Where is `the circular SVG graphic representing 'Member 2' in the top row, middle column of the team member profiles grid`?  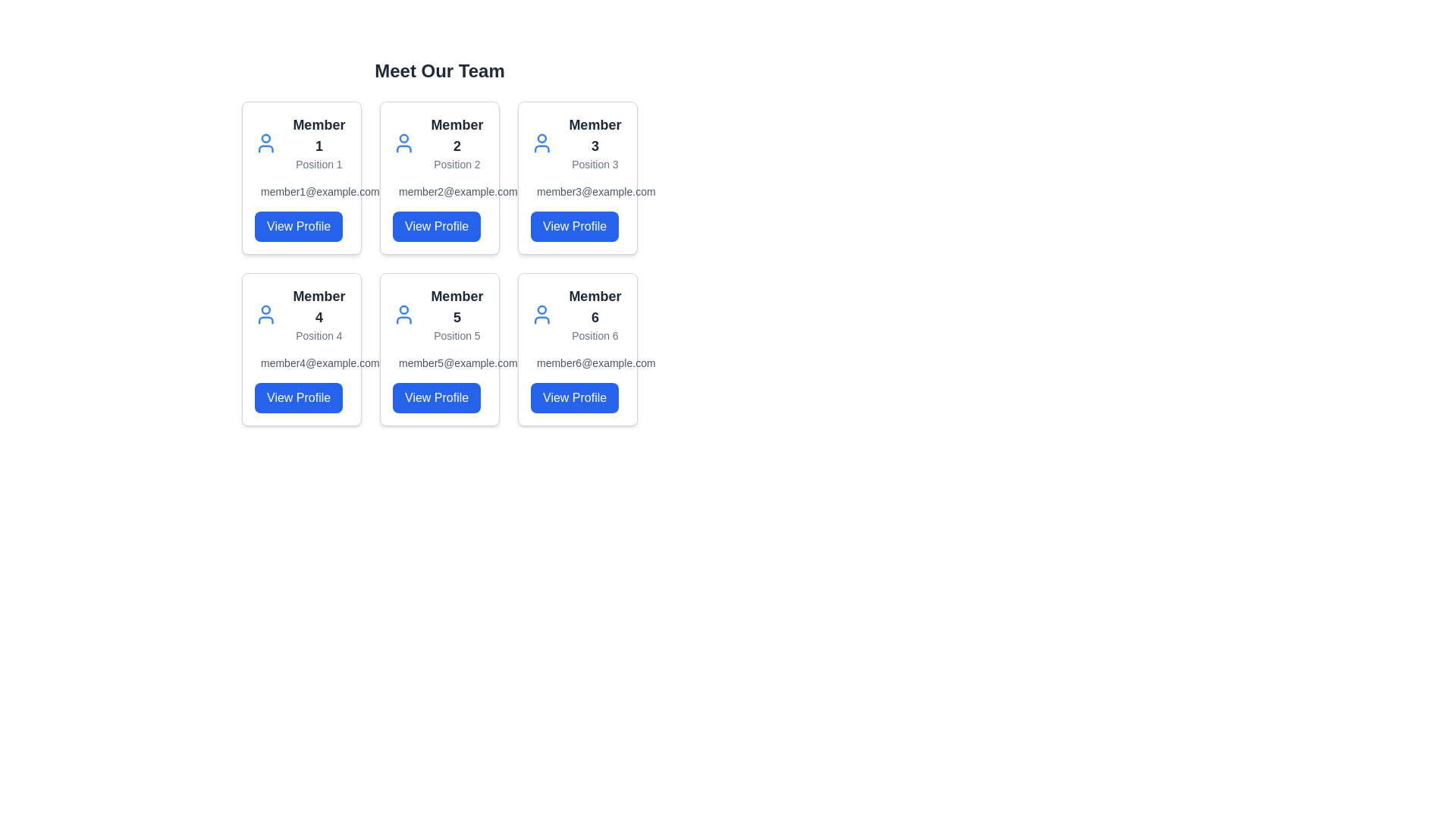
the circular SVG graphic representing 'Member 2' in the top row, middle column of the team member profiles grid is located at coordinates (403, 138).